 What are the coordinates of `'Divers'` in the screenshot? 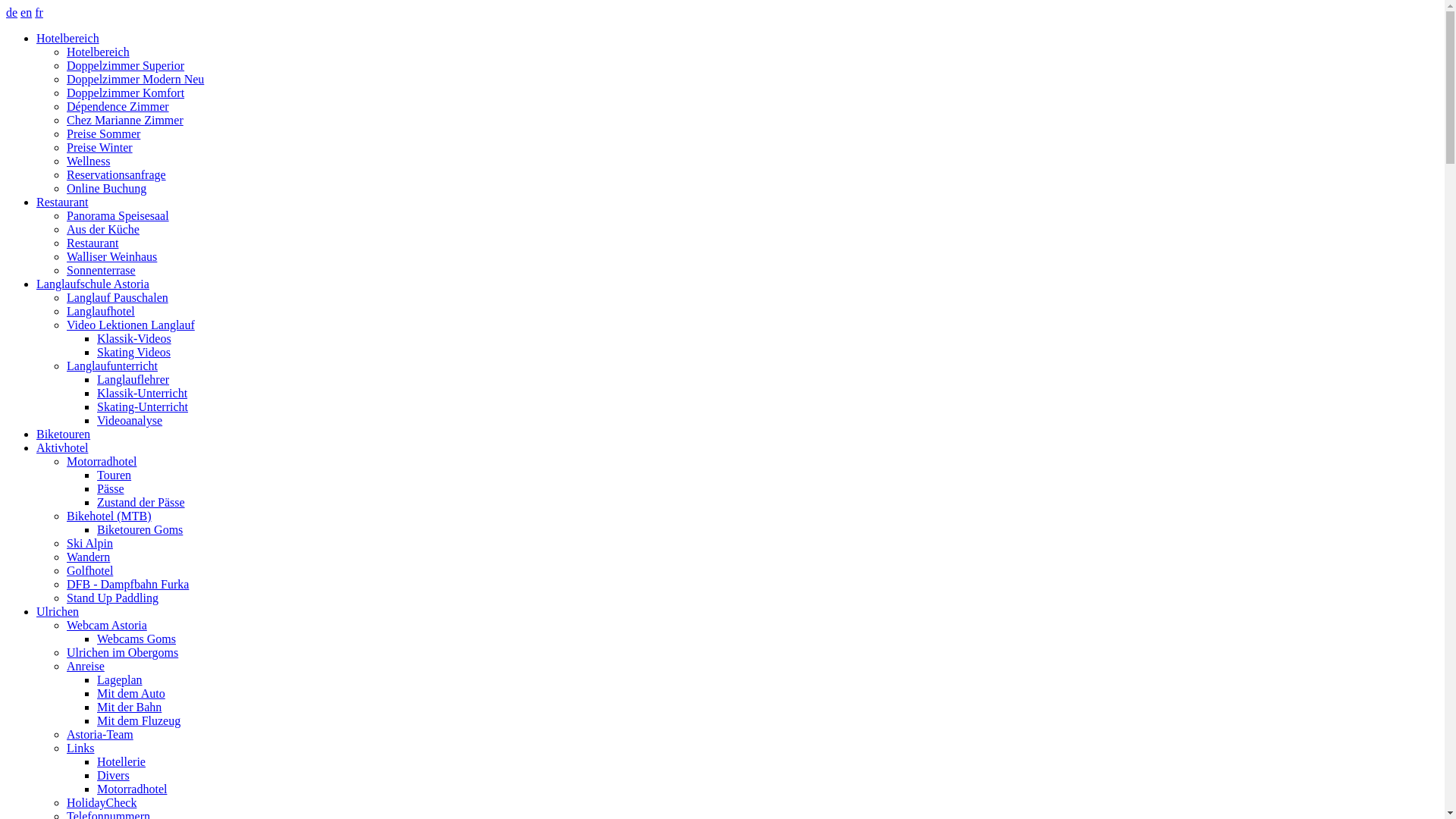 It's located at (112, 775).